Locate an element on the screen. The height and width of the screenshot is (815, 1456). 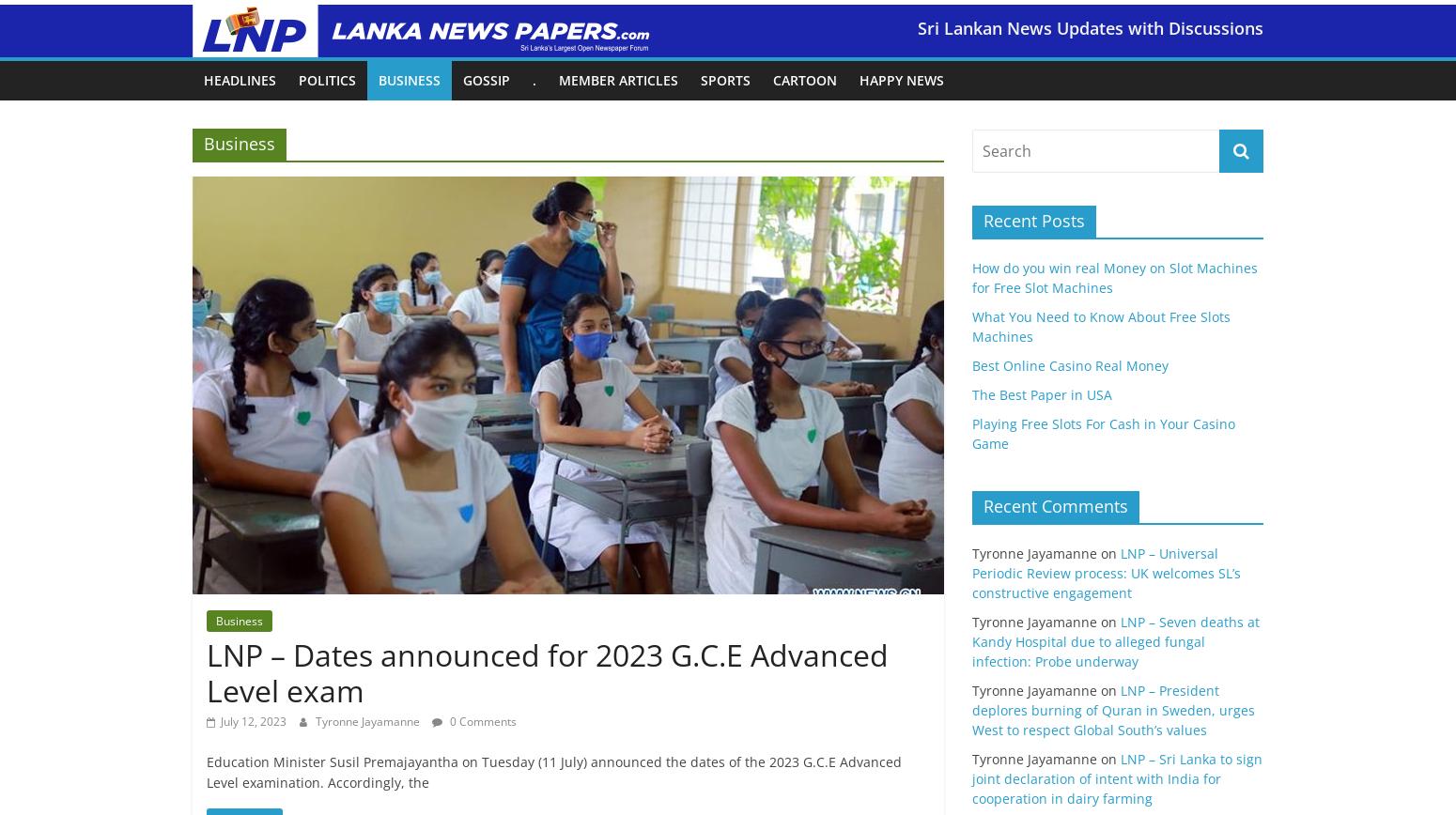
'July 12, 2023' is located at coordinates (254, 721).